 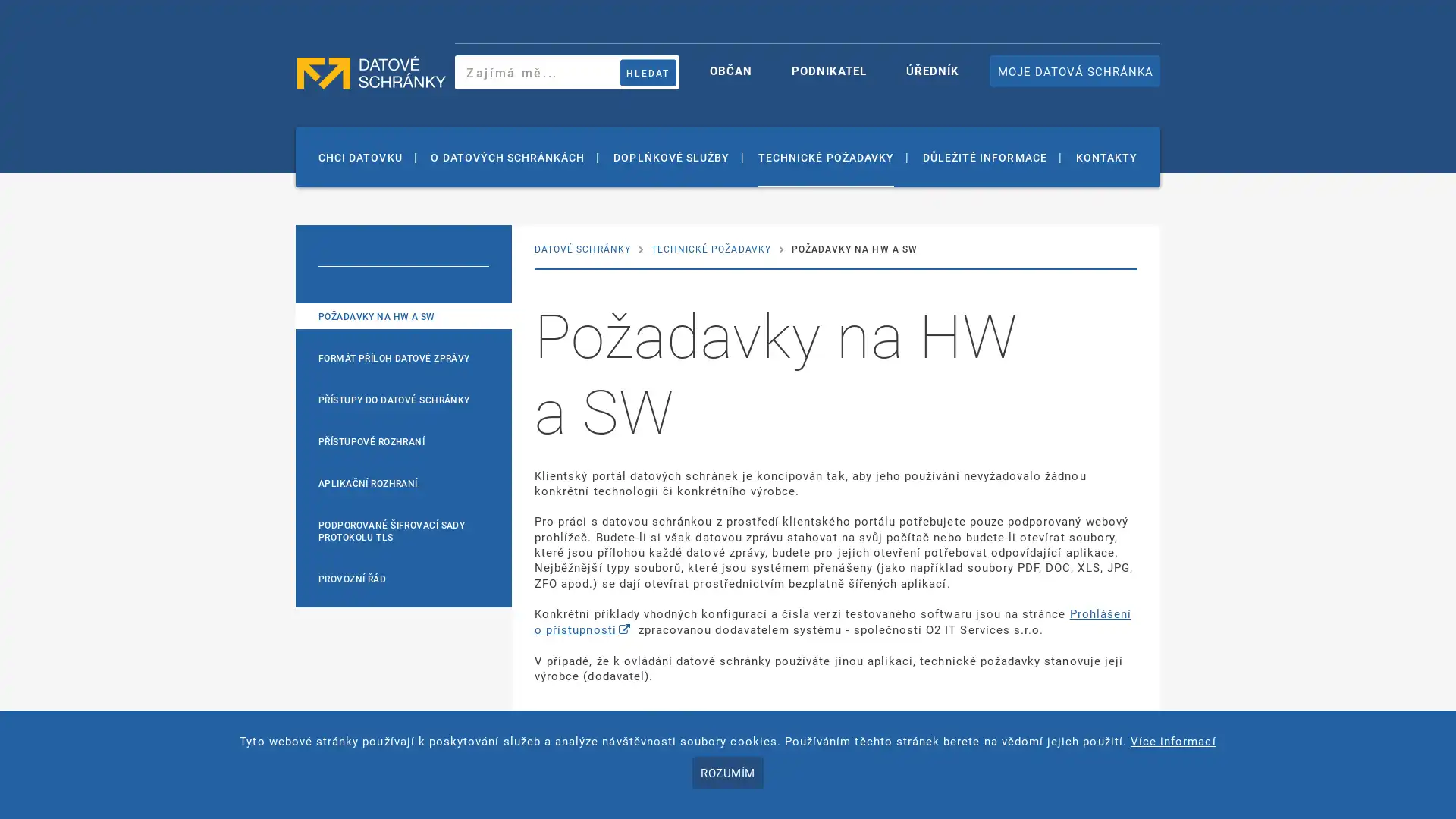 What do you see at coordinates (648, 72) in the screenshot?
I see `Hledat` at bounding box center [648, 72].